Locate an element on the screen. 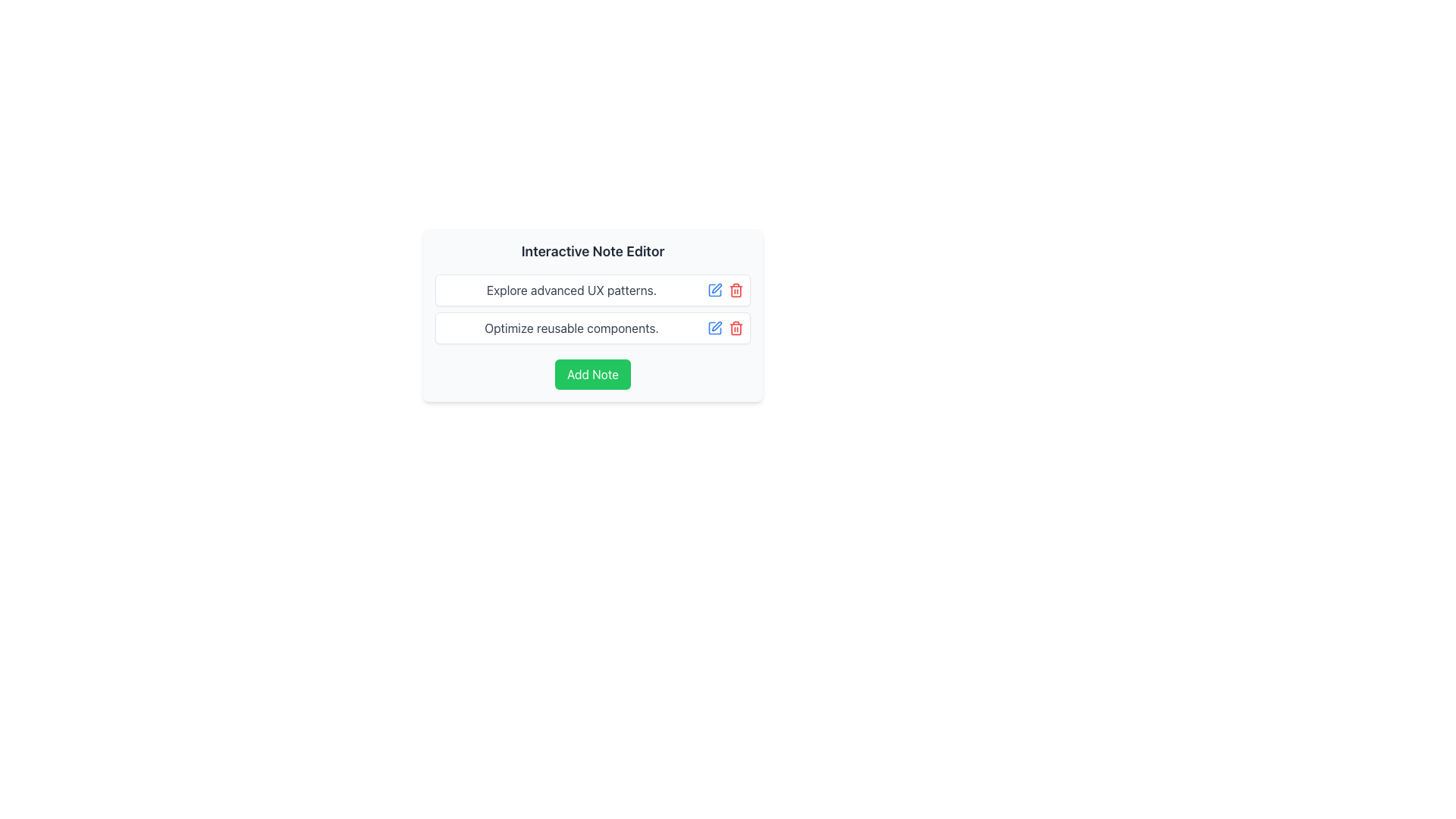 The height and width of the screenshot is (819, 1456). the trash icon button located to the right of the blue edit icon for the list item 'Explore advanced UX patterns.' is located at coordinates (736, 290).